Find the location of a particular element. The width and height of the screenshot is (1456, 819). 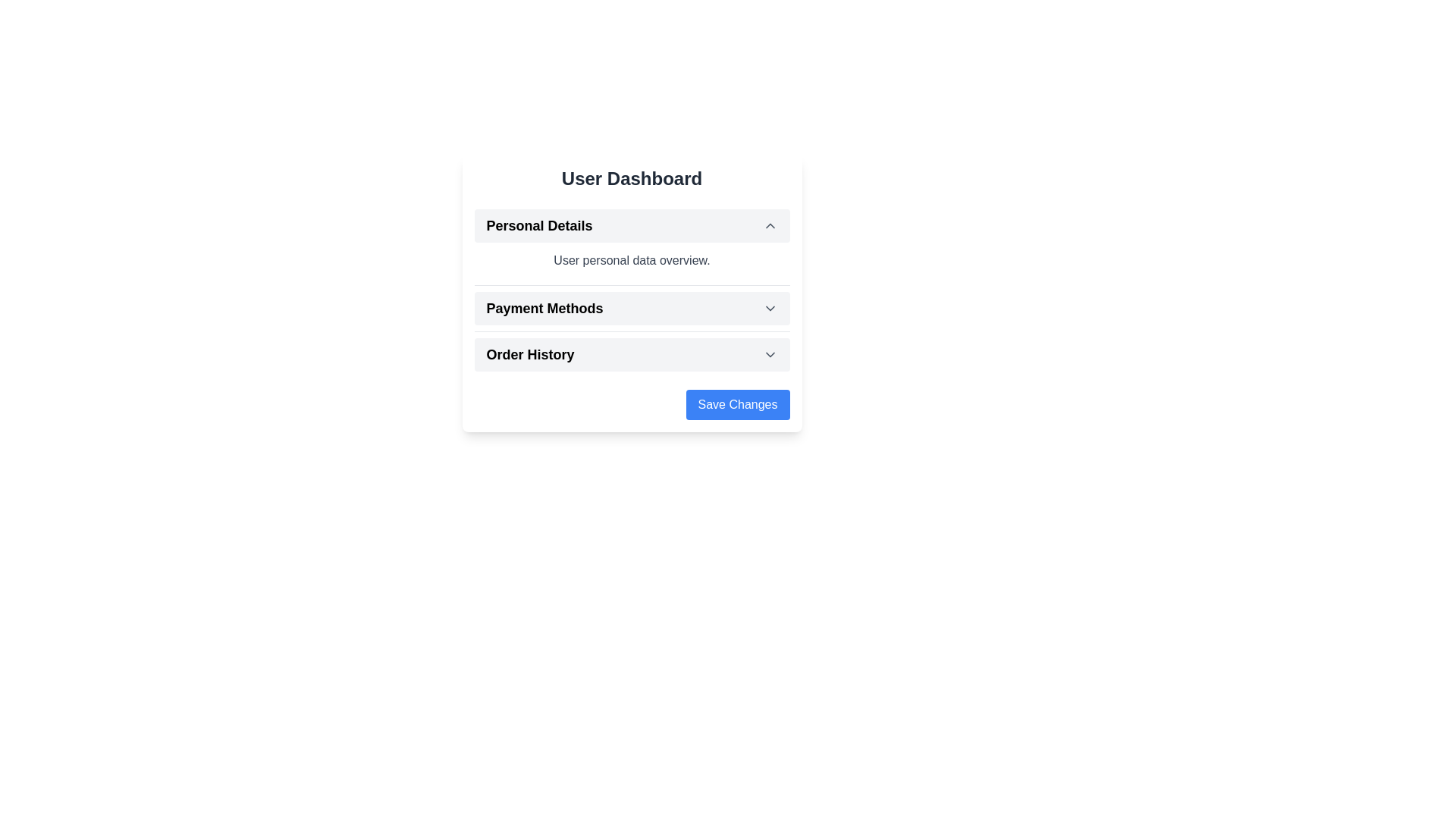

the 'Order History' text label located in the third section of the vertical list within the user dashboard is located at coordinates (530, 354).